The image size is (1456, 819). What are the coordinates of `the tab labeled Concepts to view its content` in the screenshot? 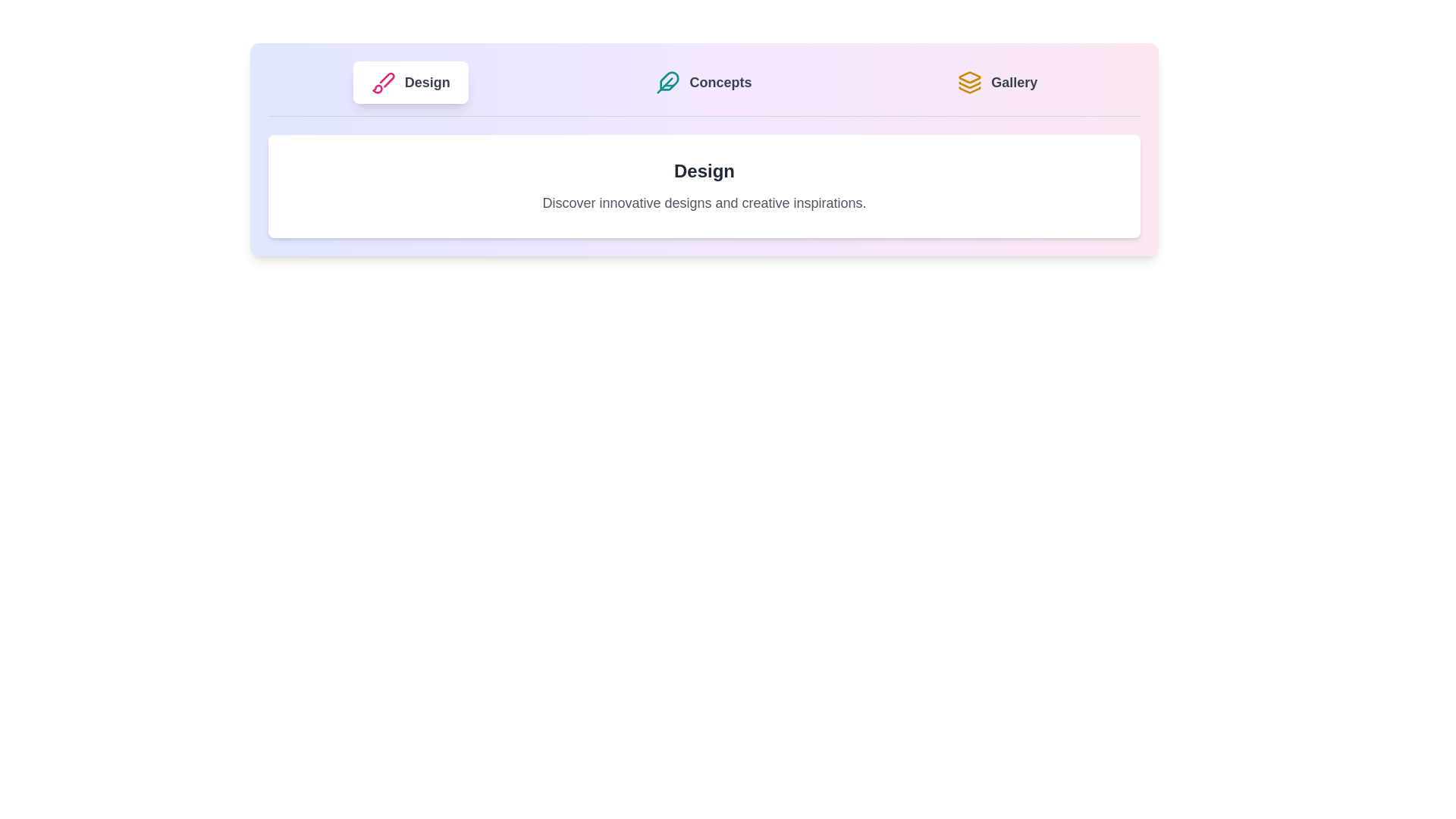 It's located at (703, 82).